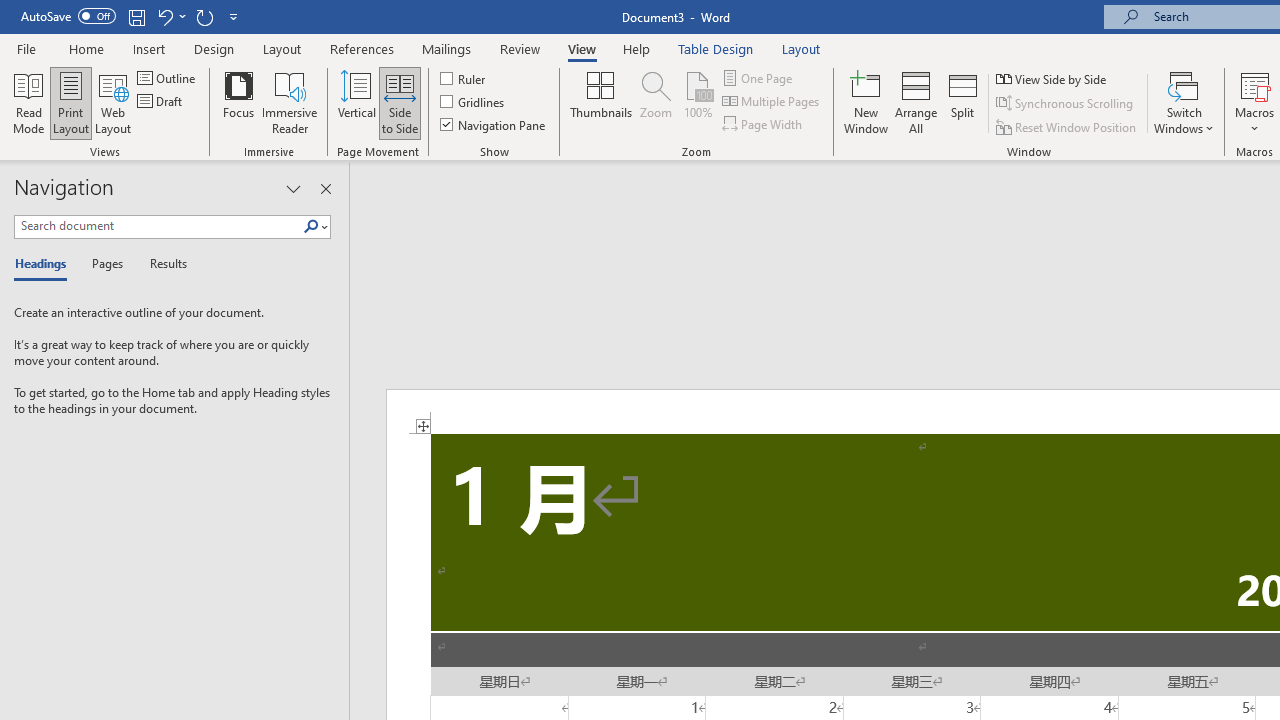 The width and height of the screenshot is (1280, 720). I want to click on 'Repeat Doc Close', so click(204, 16).